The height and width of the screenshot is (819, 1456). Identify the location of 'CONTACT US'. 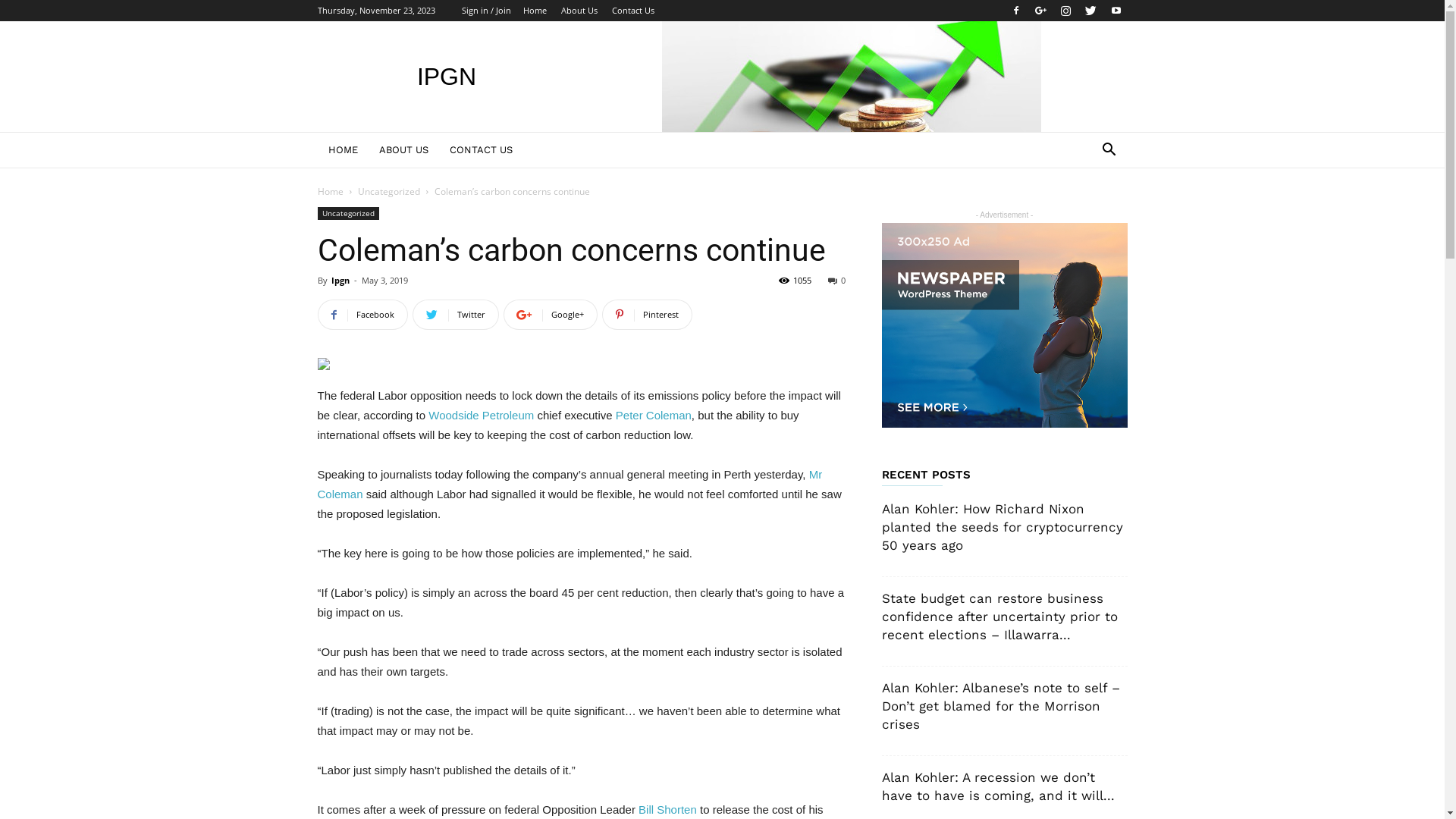
(479, 149).